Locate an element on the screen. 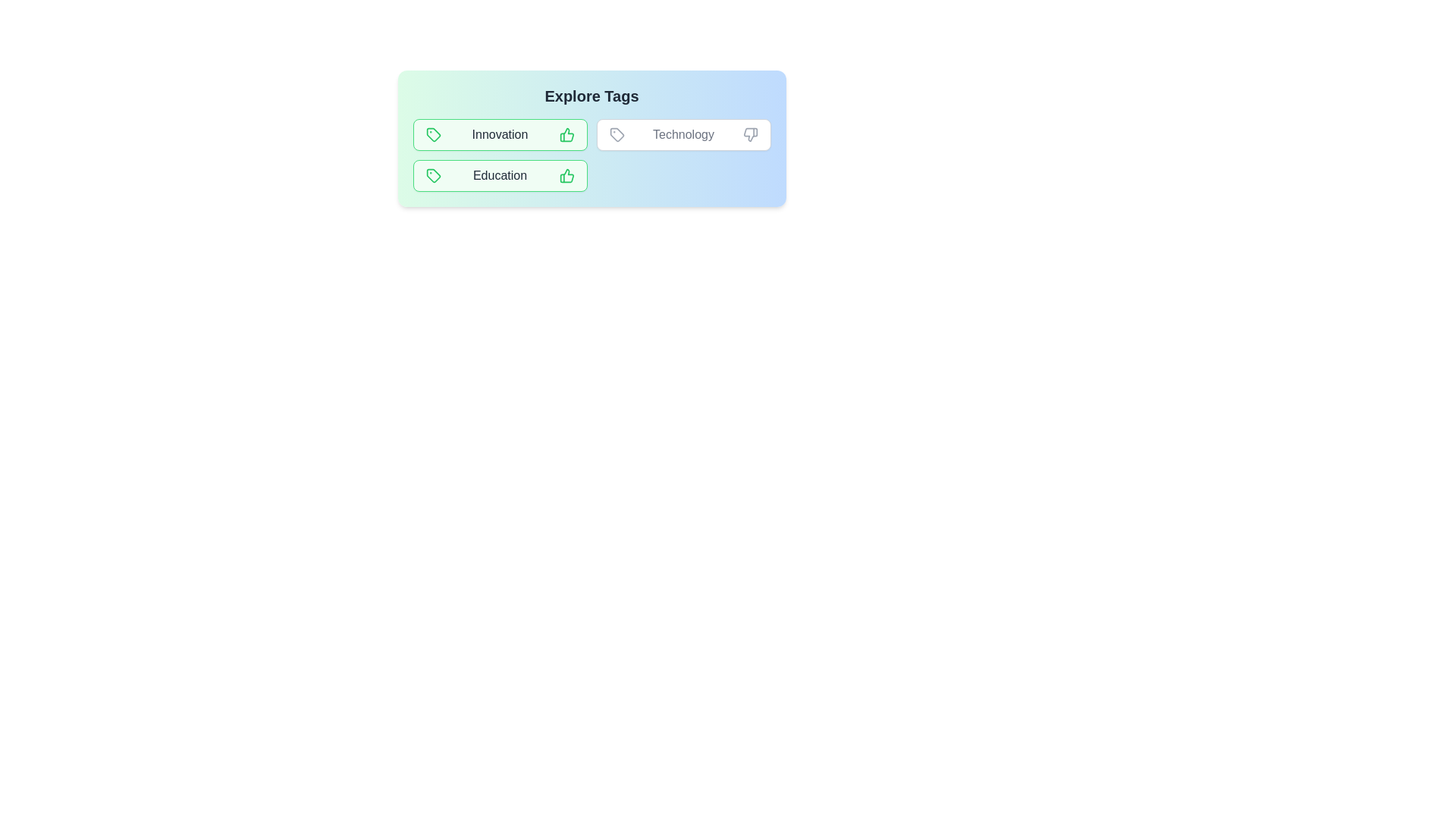  the tag Technology to observe its styling changes is located at coordinates (682, 133).